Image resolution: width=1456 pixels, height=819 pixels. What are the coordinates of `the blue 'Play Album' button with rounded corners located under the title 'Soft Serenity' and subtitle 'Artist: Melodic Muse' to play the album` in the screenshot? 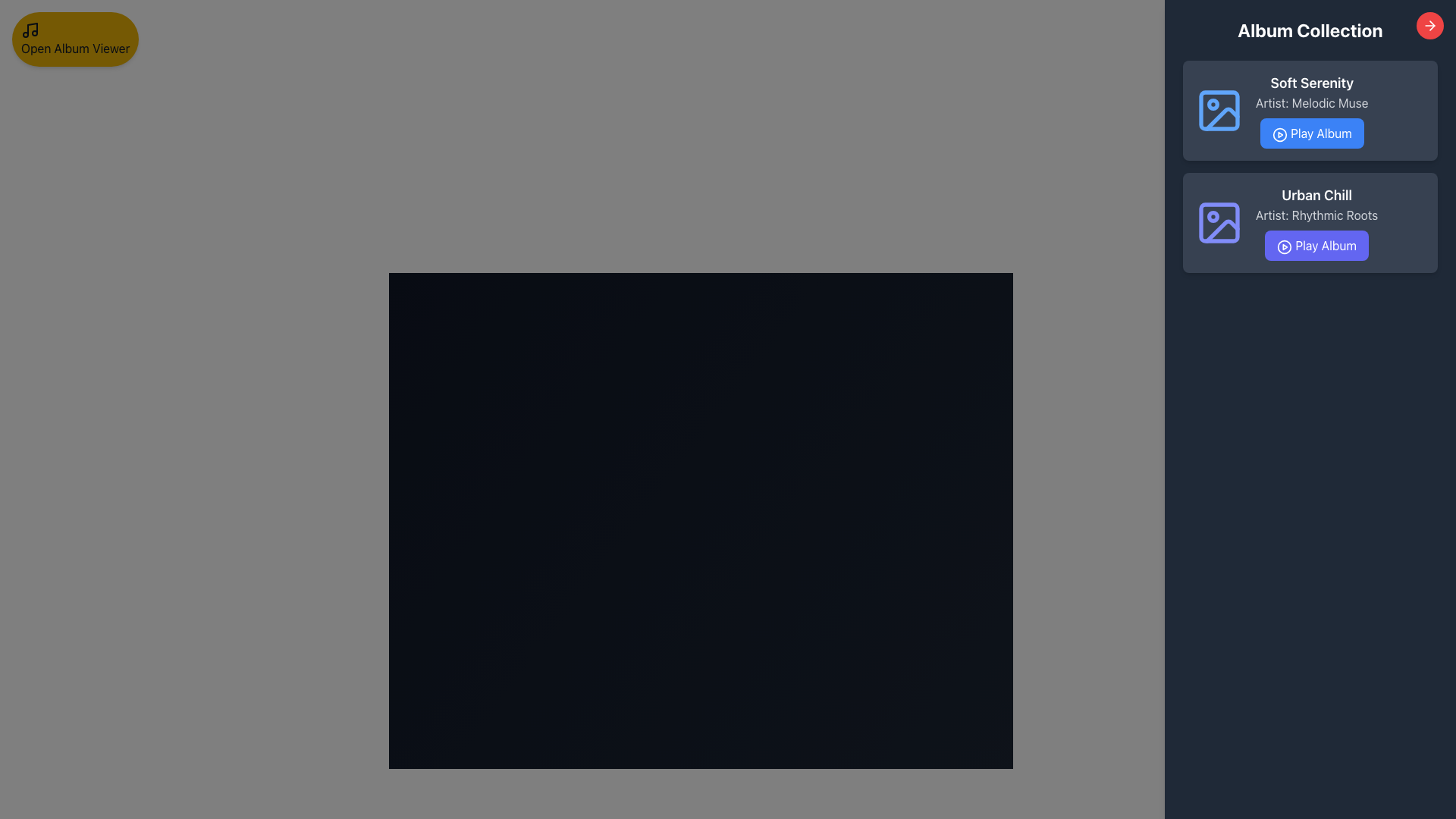 It's located at (1311, 133).